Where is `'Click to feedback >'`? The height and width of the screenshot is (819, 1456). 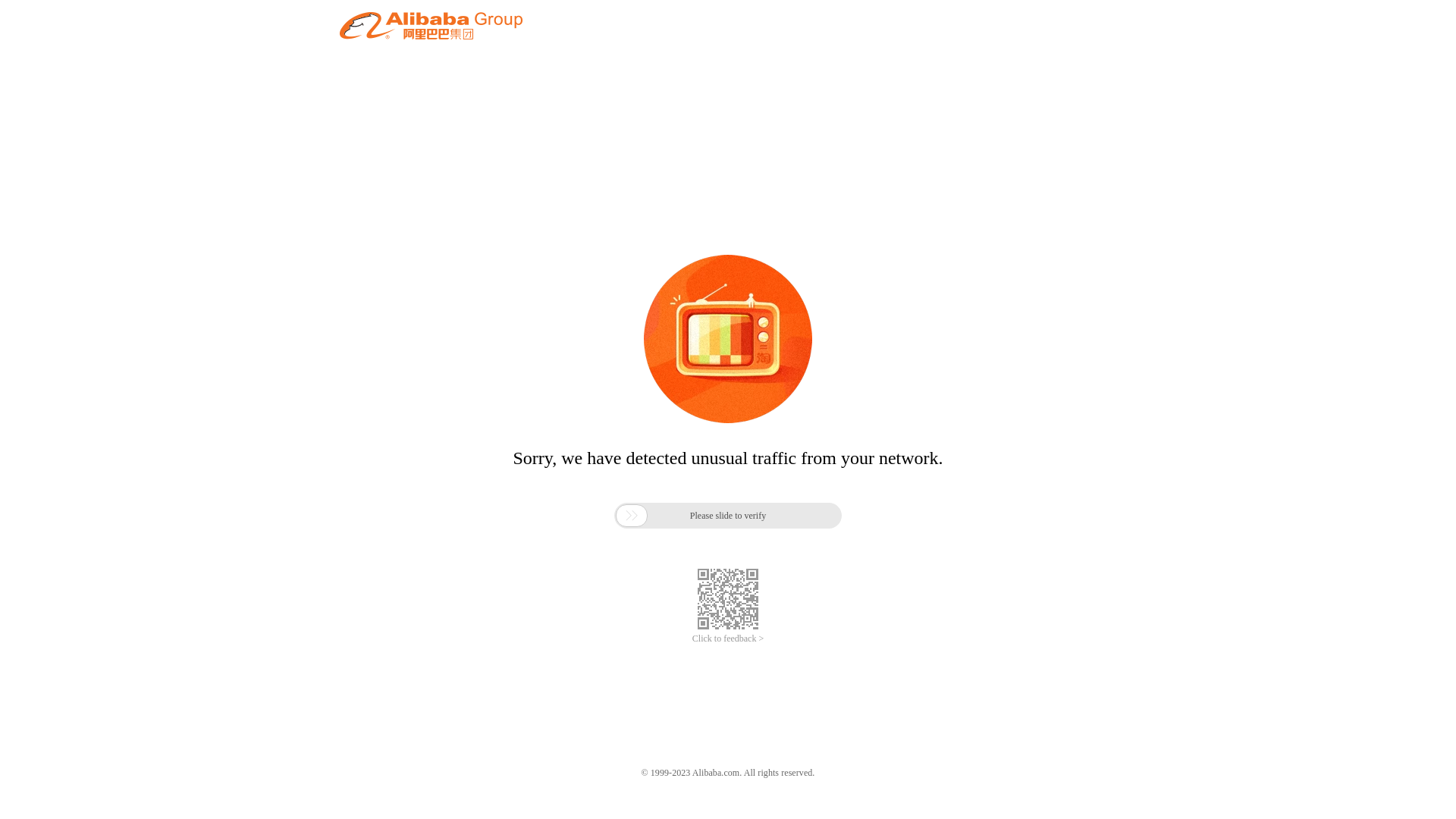
'Click to feedback >' is located at coordinates (728, 639).